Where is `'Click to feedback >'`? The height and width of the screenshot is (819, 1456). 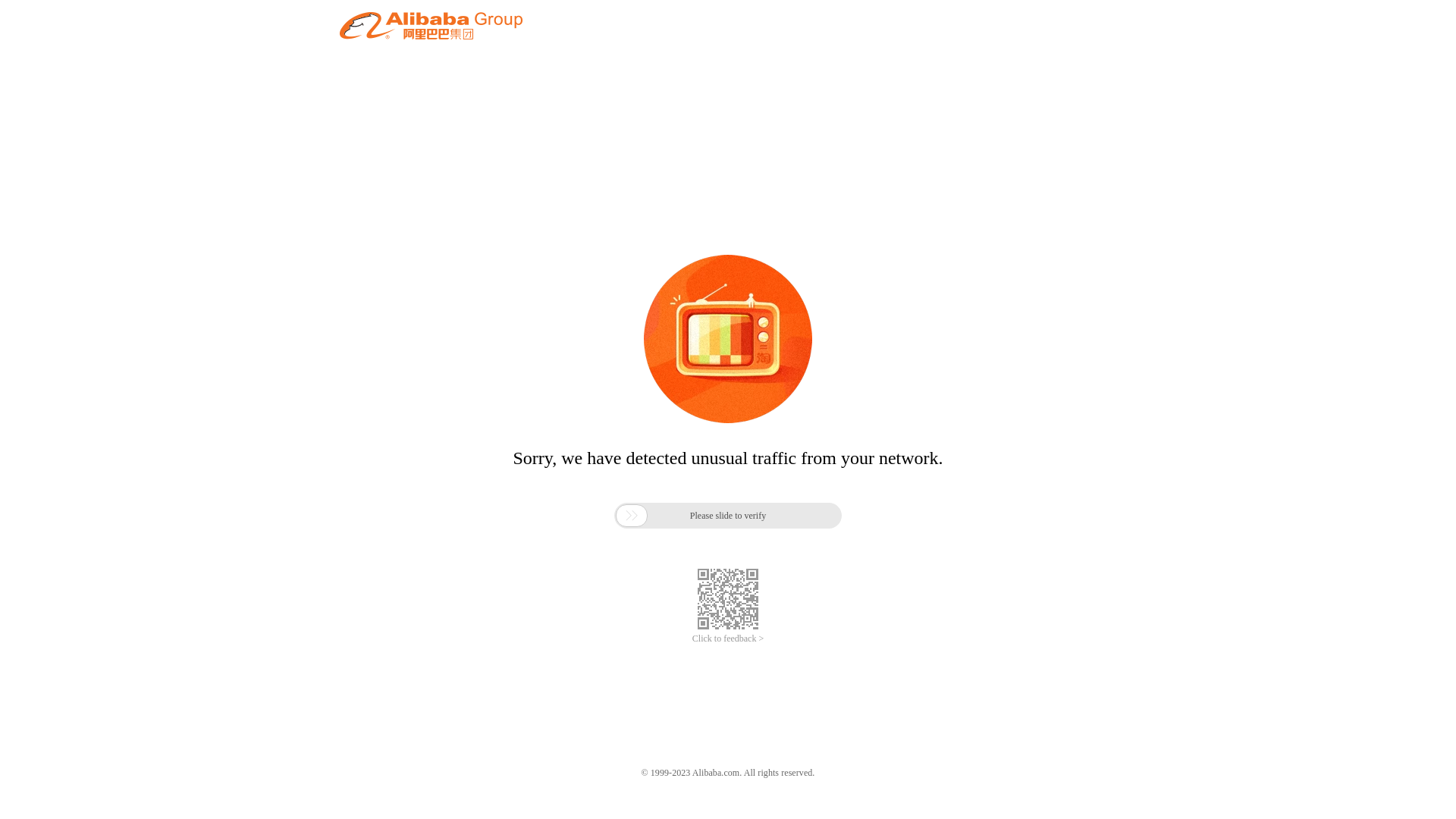
'Click to feedback >' is located at coordinates (728, 639).